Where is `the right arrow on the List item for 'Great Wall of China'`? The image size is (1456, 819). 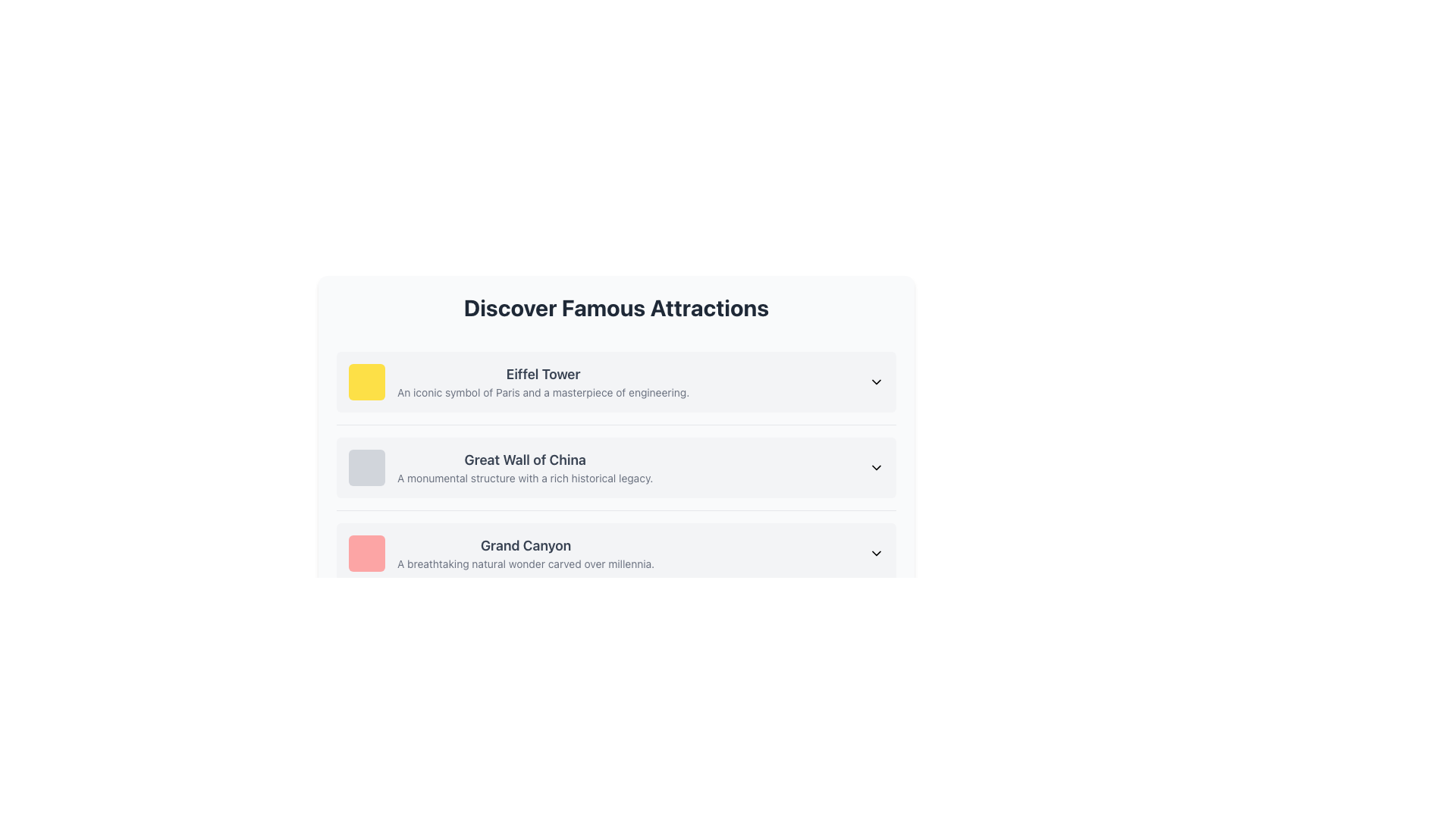
the right arrow on the List item for 'Great Wall of China' is located at coordinates (616, 467).